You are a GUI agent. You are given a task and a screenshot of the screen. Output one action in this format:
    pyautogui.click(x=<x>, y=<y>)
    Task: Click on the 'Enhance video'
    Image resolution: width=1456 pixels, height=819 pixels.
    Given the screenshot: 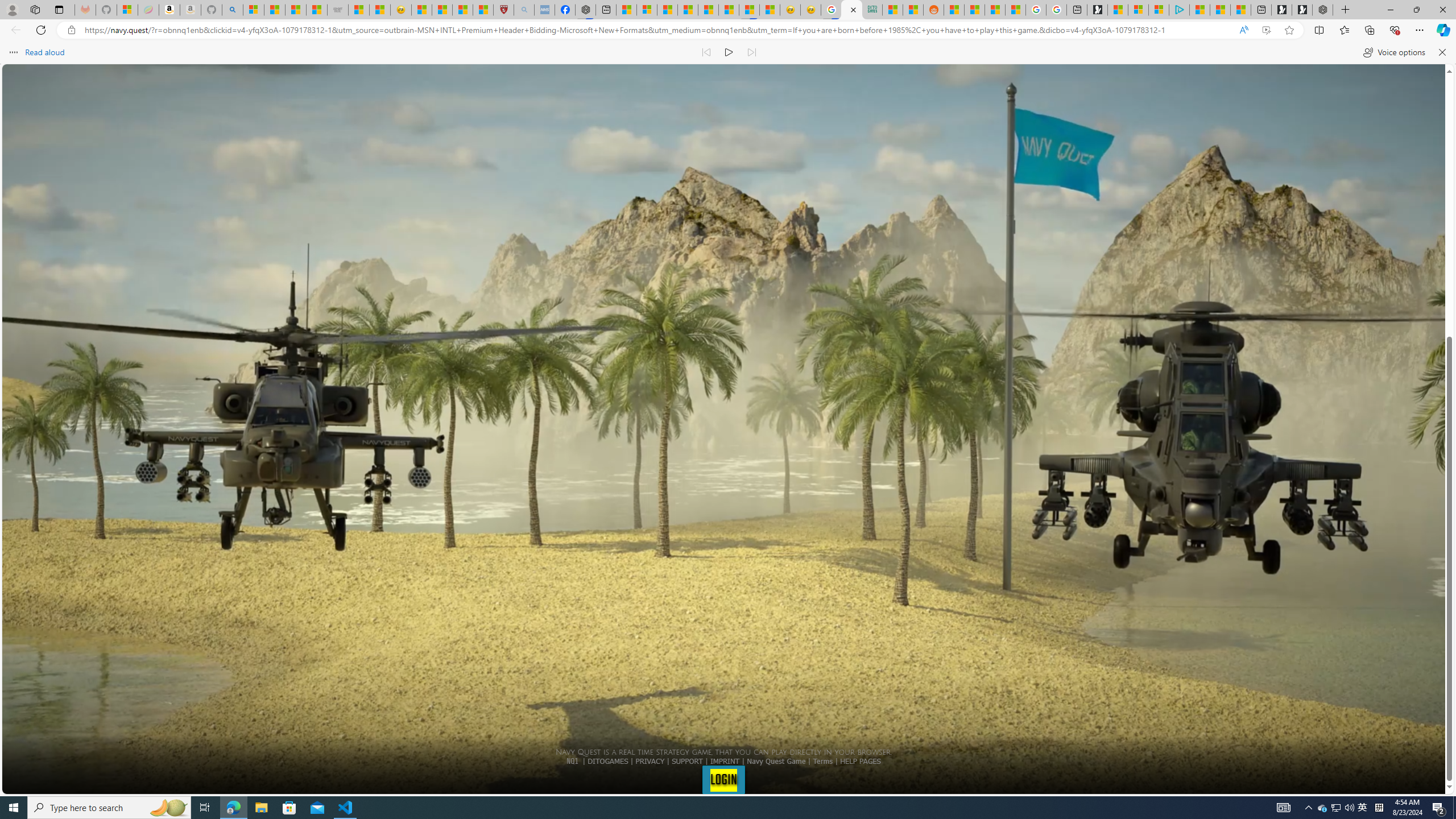 What is the action you would take?
    pyautogui.click(x=1266, y=30)
    